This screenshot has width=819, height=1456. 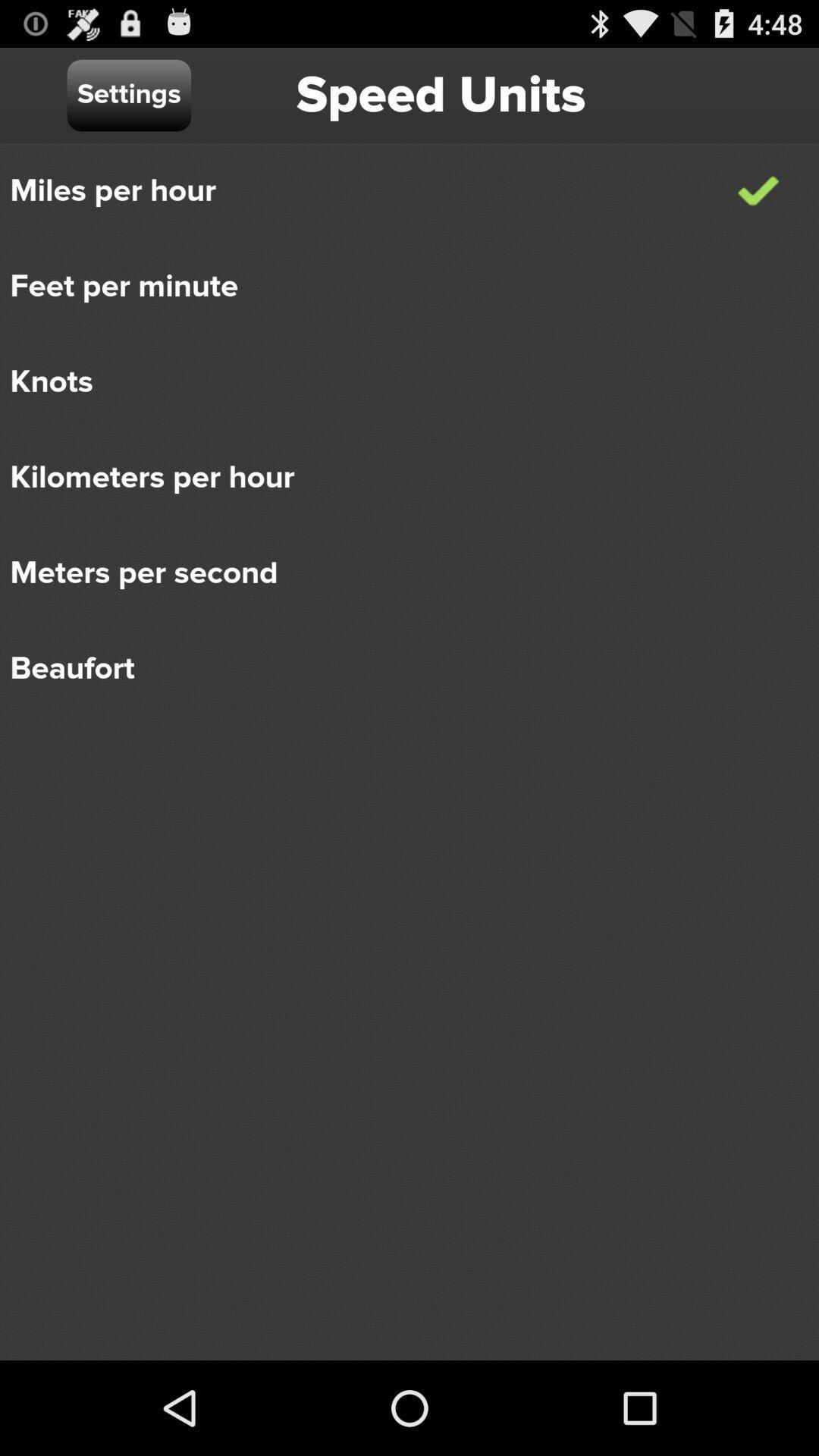 What do you see at coordinates (398, 668) in the screenshot?
I see `the icon below meters per second` at bounding box center [398, 668].